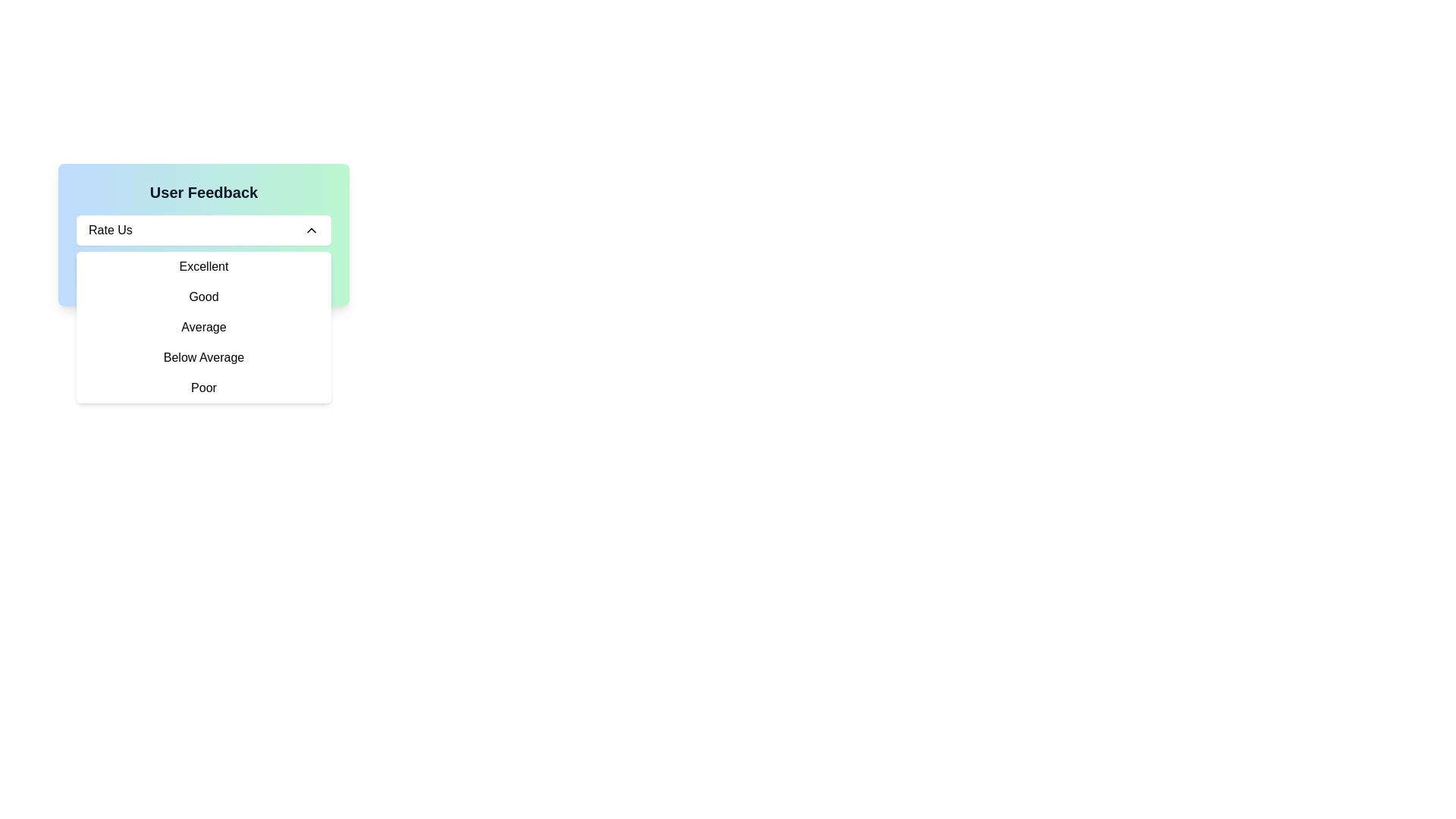 Image resolution: width=1456 pixels, height=819 pixels. What do you see at coordinates (311, 231) in the screenshot?
I see `the icon indicating the collapsible state of the dropdown menu next to the 'Rate Us' text label` at bounding box center [311, 231].